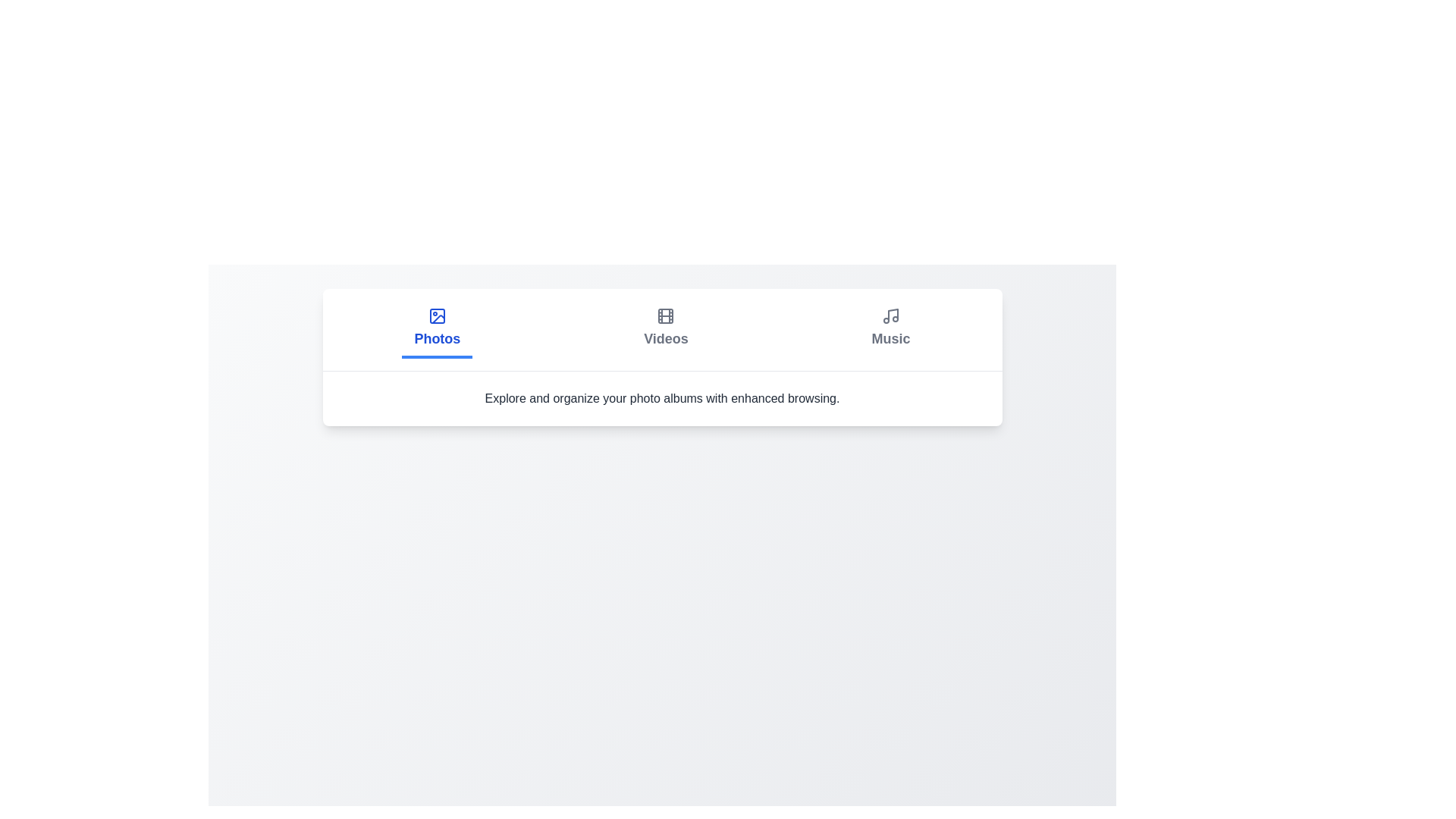 This screenshot has width=1456, height=819. I want to click on the Photos tab to trigger its hover effect, so click(436, 329).